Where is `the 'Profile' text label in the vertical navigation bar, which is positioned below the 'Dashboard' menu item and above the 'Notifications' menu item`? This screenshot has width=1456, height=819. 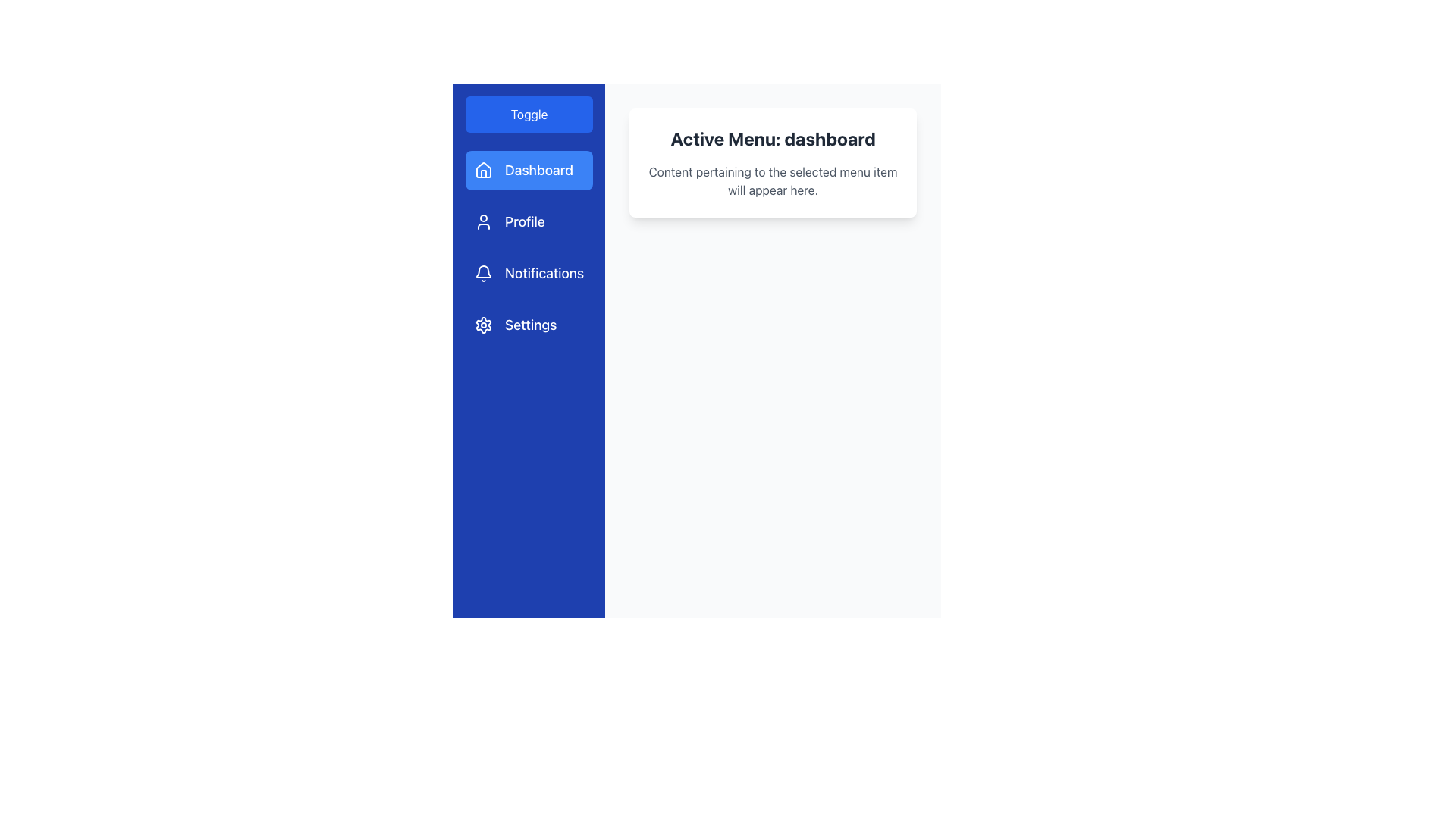
the 'Profile' text label in the vertical navigation bar, which is positioned below the 'Dashboard' menu item and above the 'Notifications' menu item is located at coordinates (525, 222).